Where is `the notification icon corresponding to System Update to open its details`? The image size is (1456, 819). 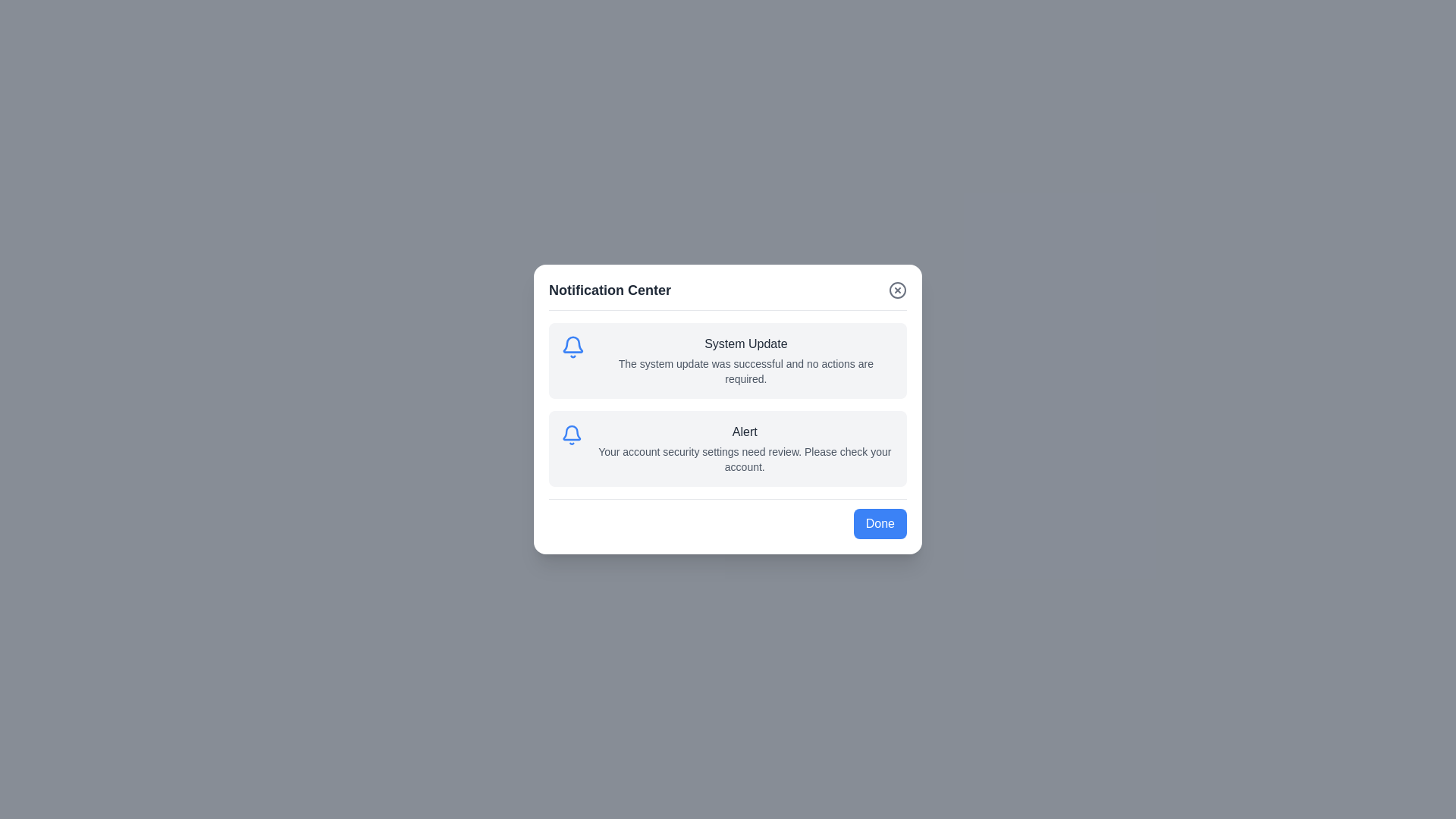 the notification icon corresponding to System Update to open its details is located at coordinates (572, 347).